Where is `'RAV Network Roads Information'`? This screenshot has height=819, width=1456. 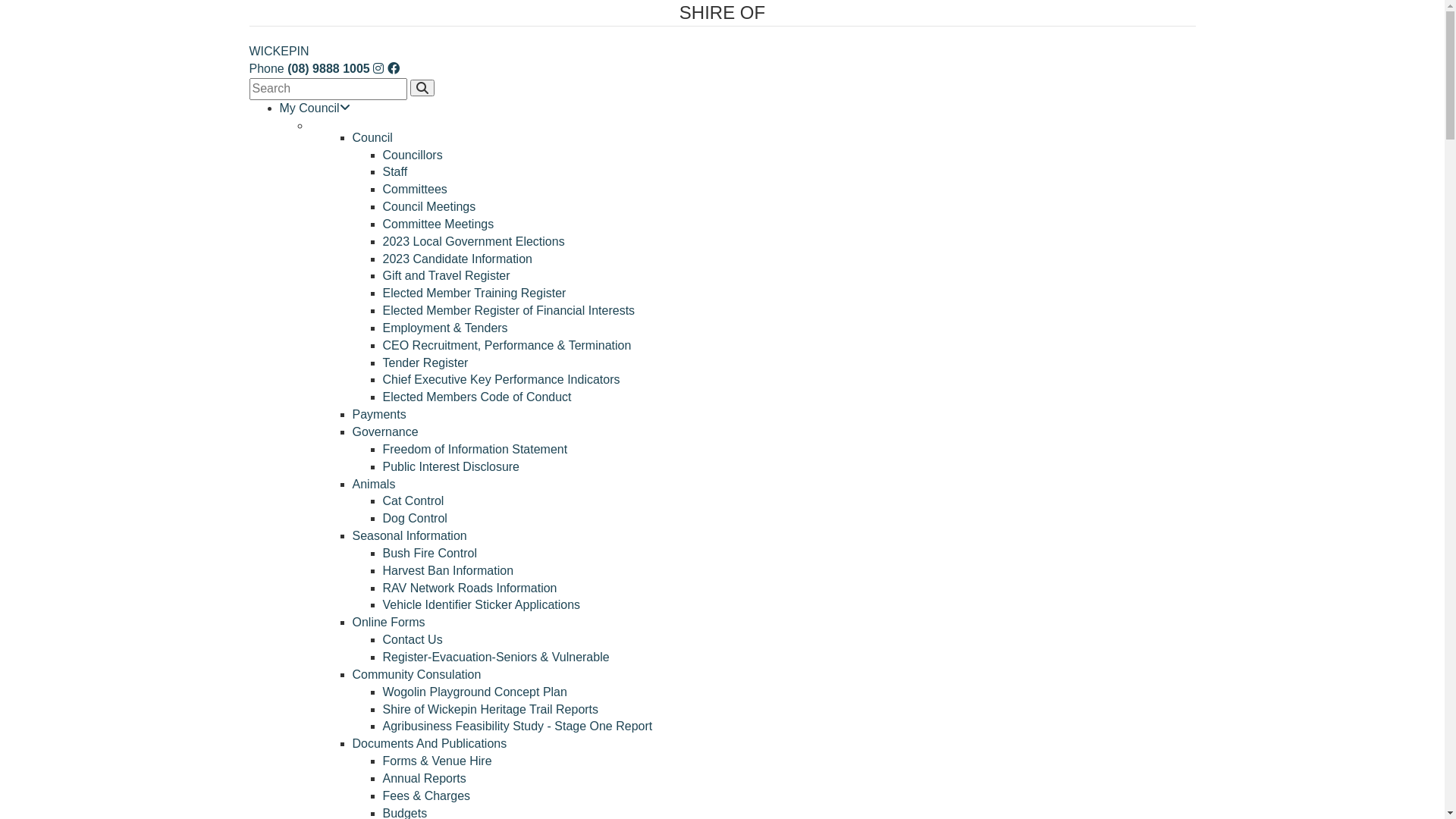 'RAV Network Roads Information' is located at coordinates (469, 587).